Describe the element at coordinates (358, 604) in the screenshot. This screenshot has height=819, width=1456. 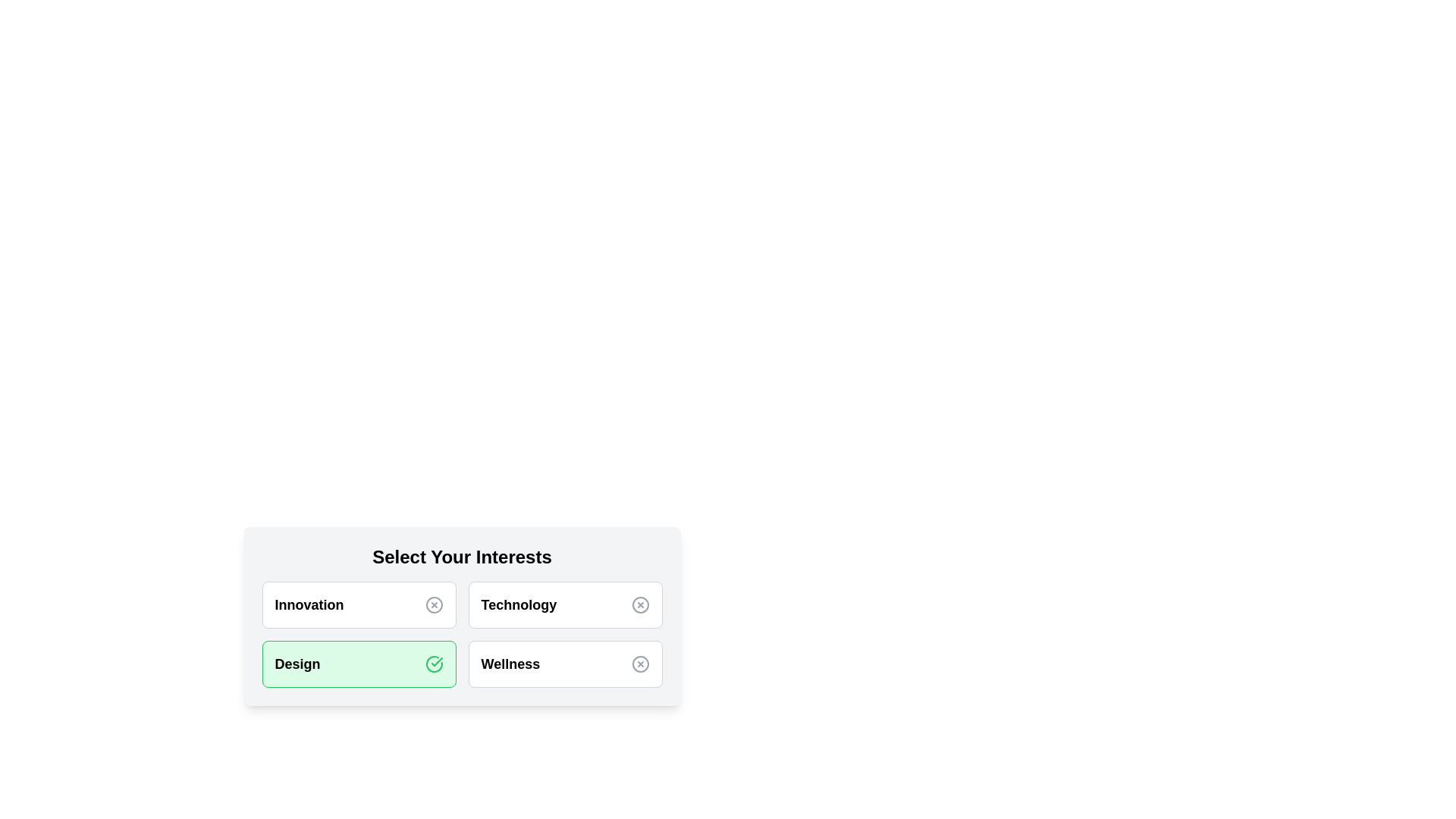
I see `the category Innovation by clicking on it` at that location.